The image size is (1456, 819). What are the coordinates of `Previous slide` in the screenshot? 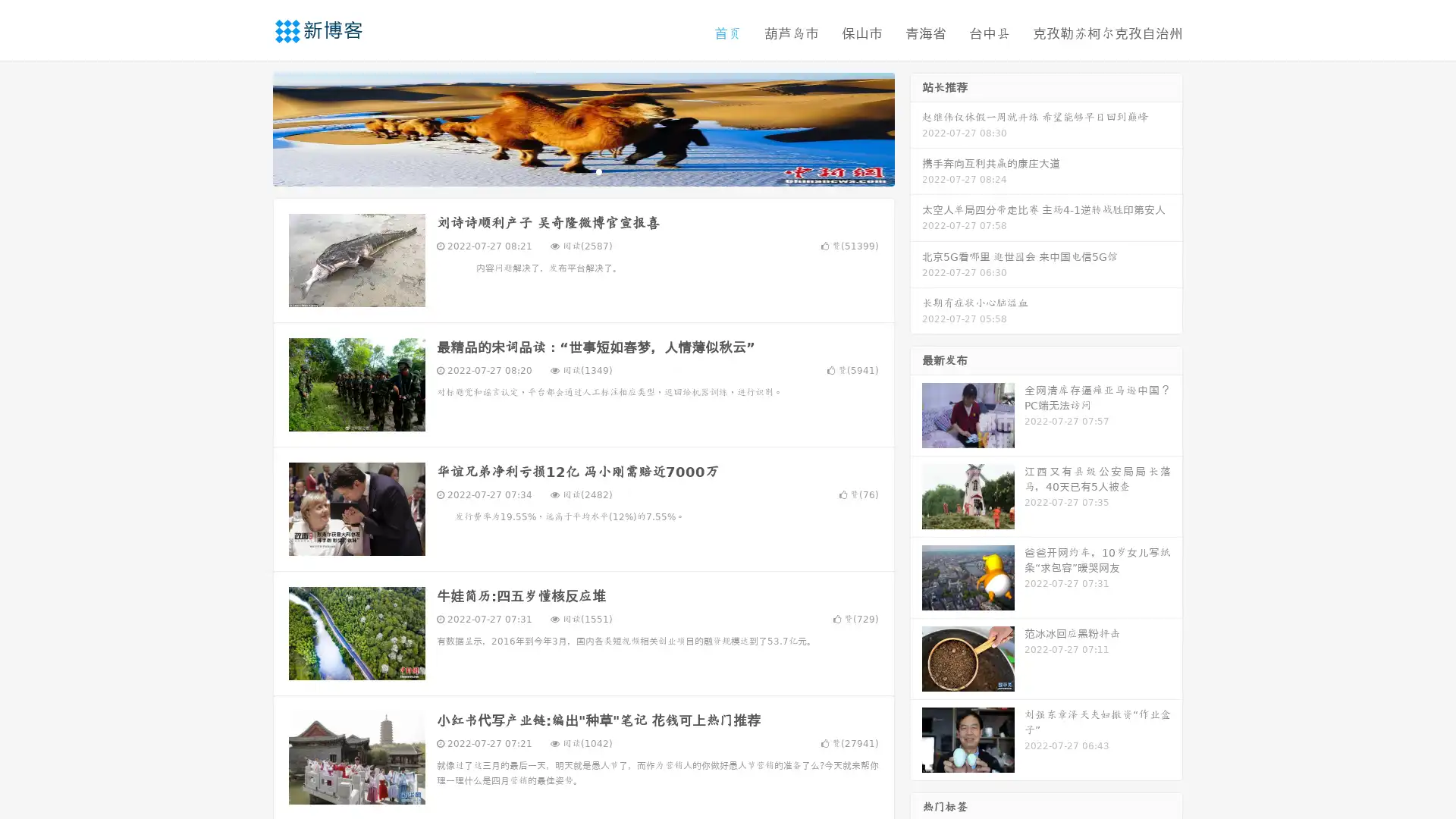 It's located at (250, 127).